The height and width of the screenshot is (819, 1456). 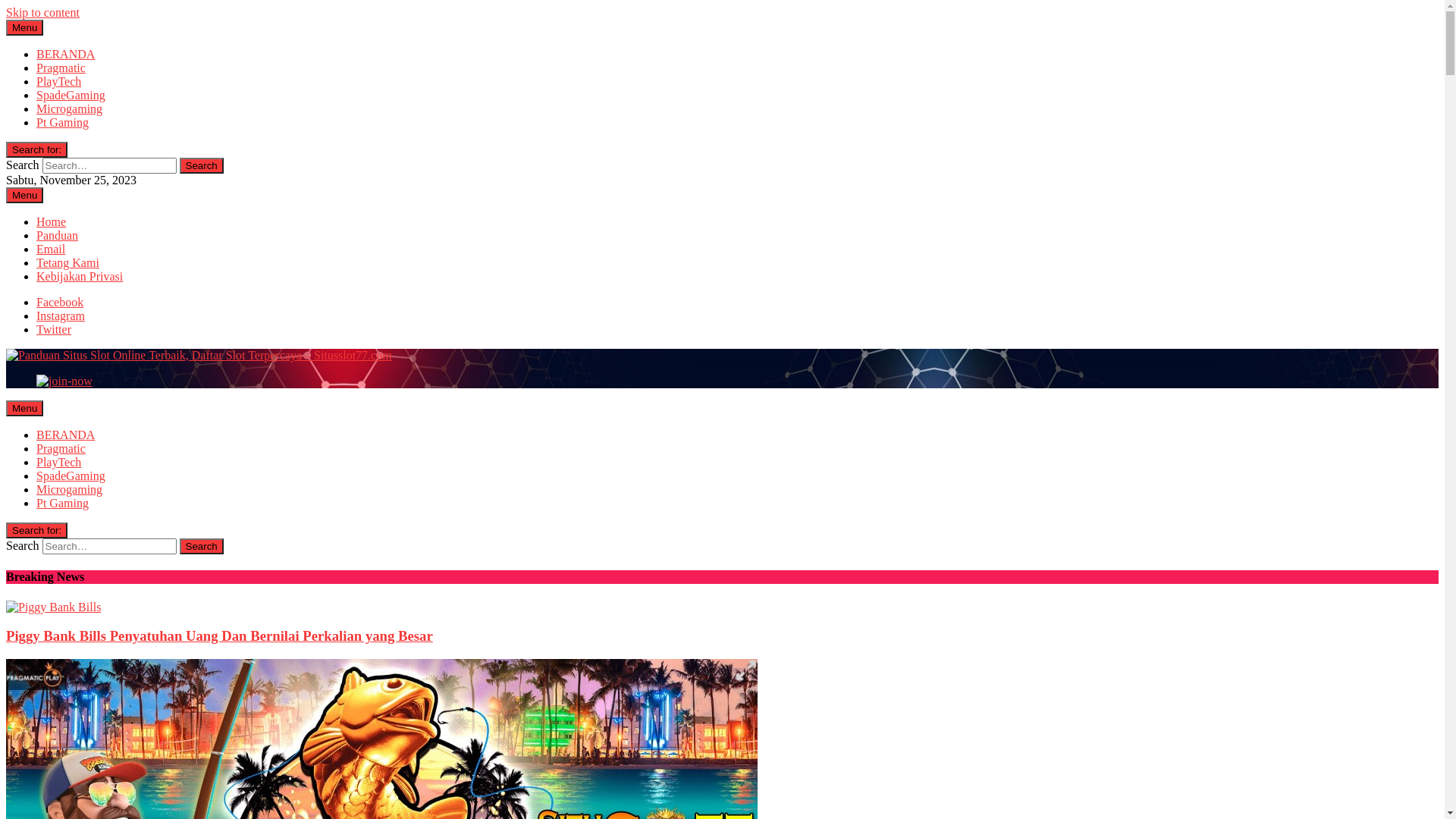 What do you see at coordinates (61, 67) in the screenshot?
I see `'Pragmatic'` at bounding box center [61, 67].